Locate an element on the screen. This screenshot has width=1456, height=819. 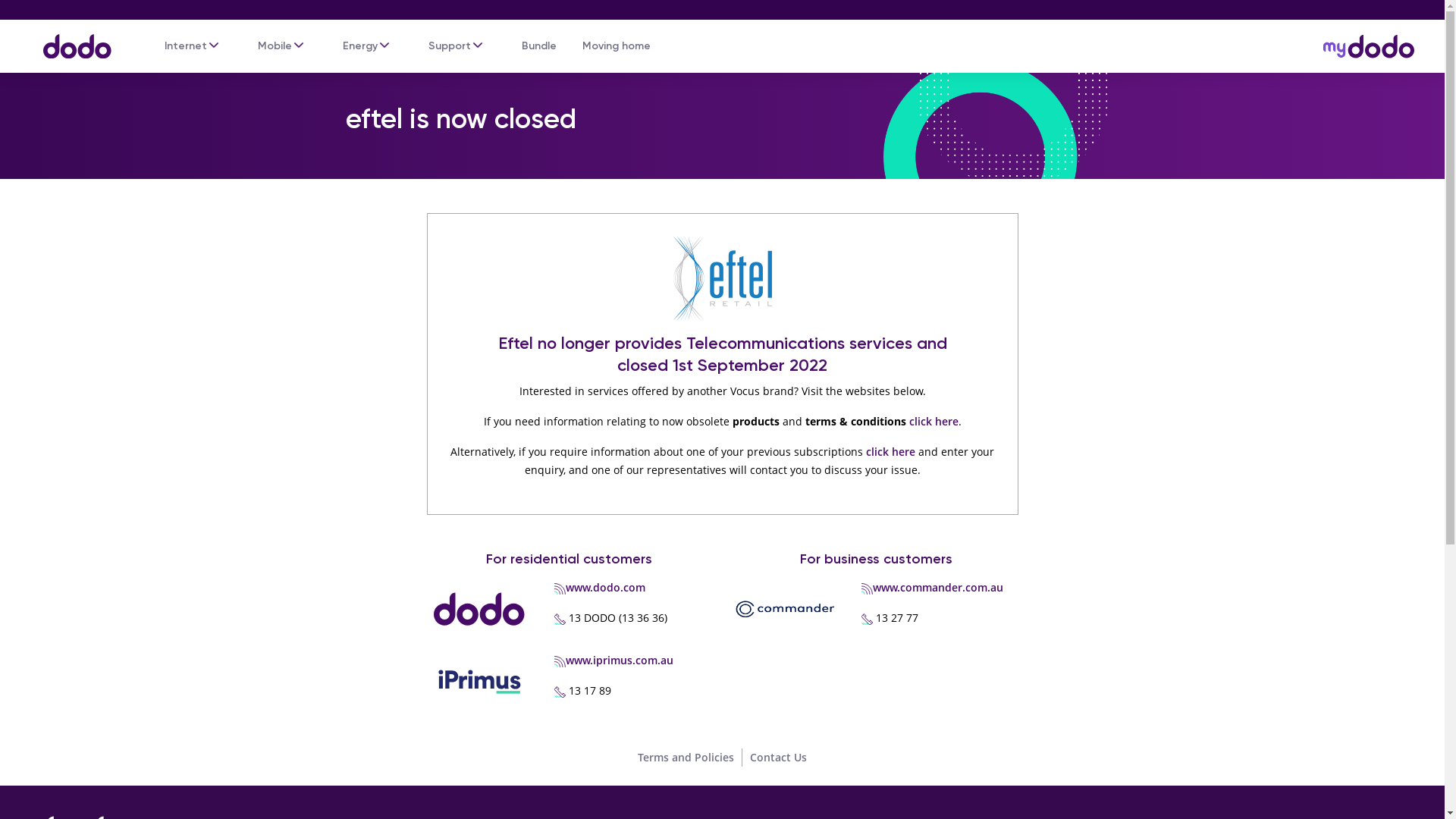
'Terms and Policies' is located at coordinates (637, 757).